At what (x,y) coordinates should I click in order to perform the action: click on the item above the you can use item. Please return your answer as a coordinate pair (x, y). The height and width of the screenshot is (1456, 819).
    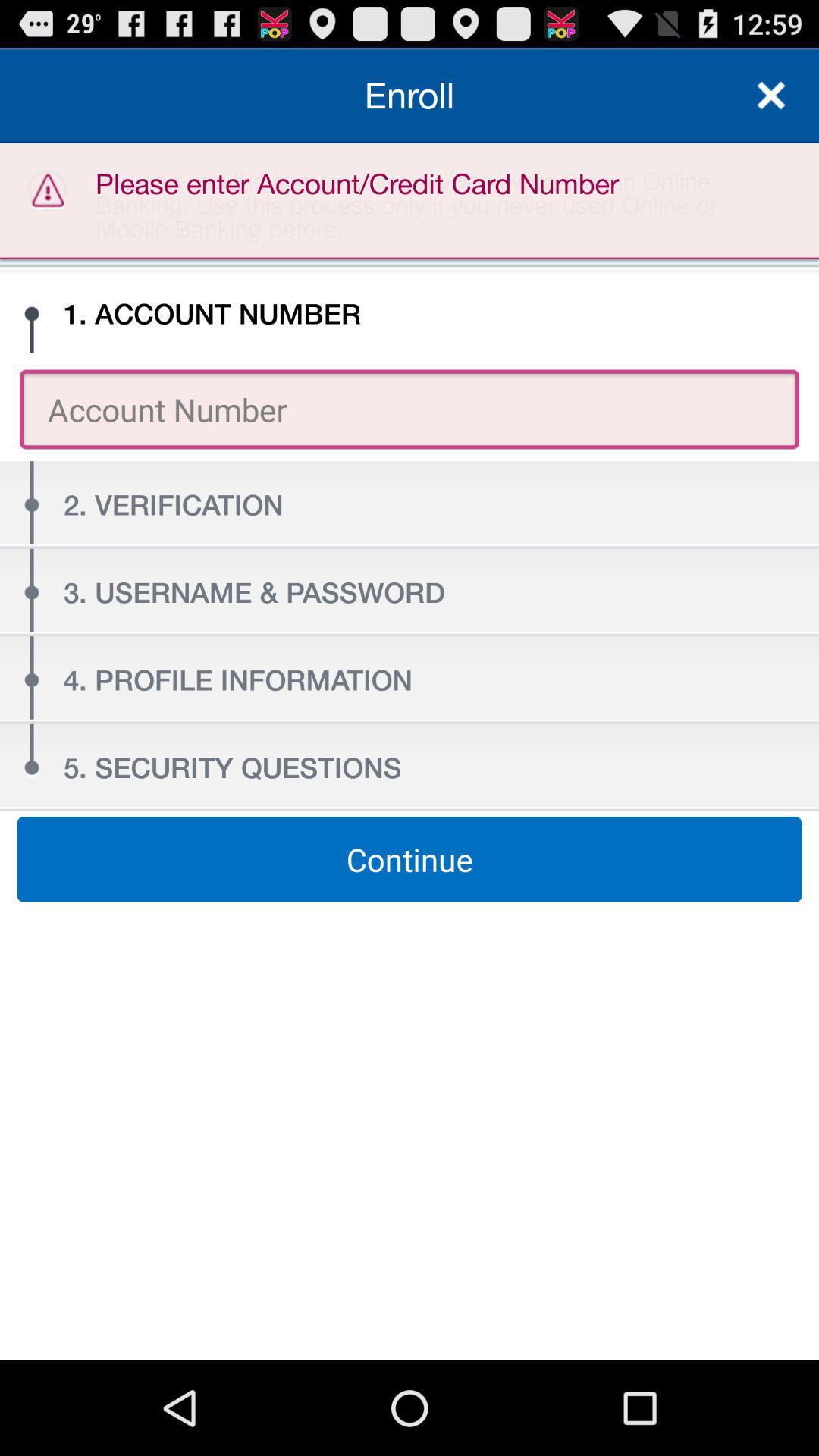
    Looking at the image, I should click on (409, 94).